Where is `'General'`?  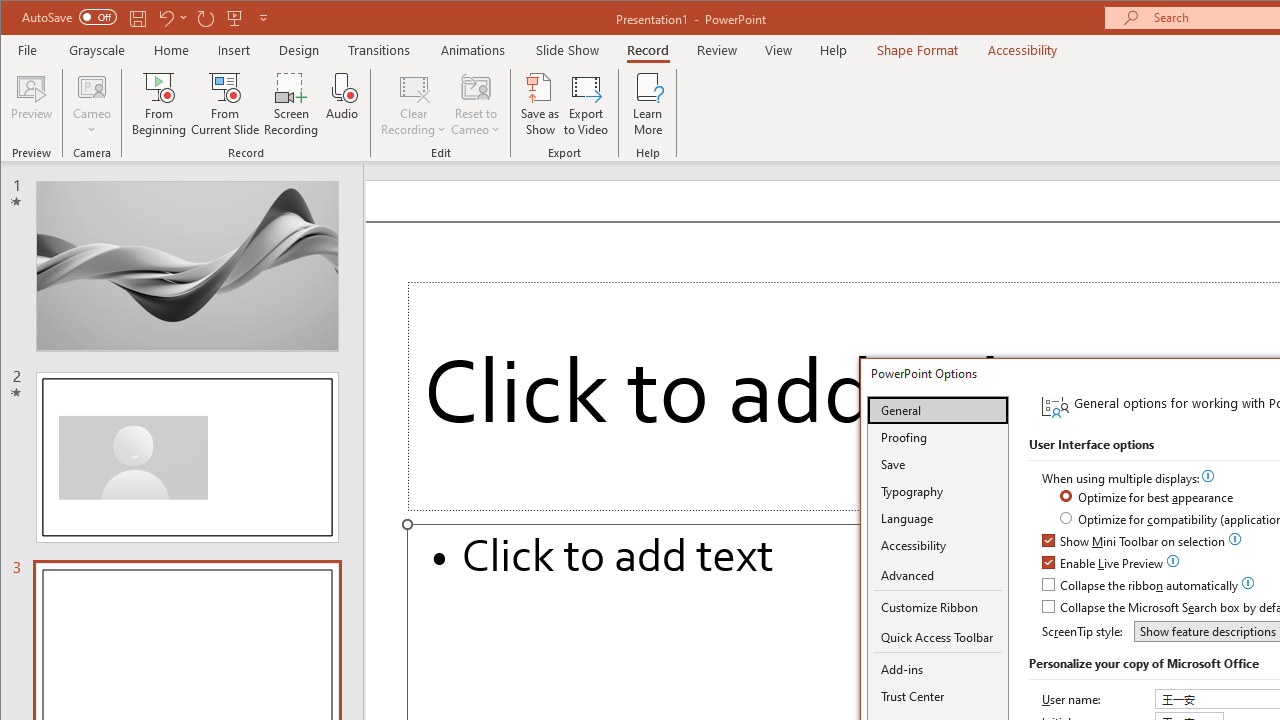 'General' is located at coordinates (937, 409).